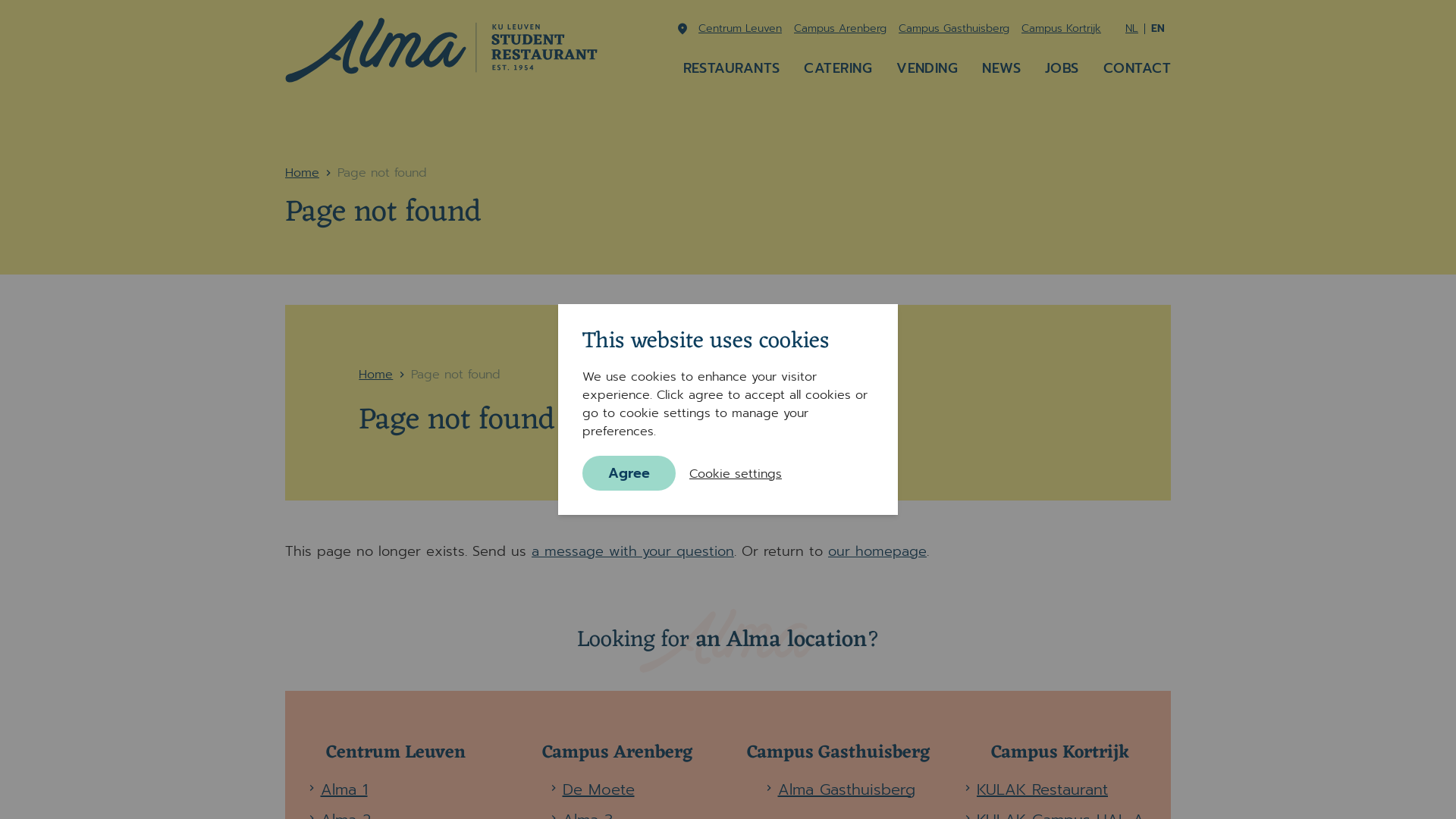 This screenshot has height=819, width=1456. What do you see at coordinates (411, 374) in the screenshot?
I see `'Page not found'` at bounding box center [411, 374].